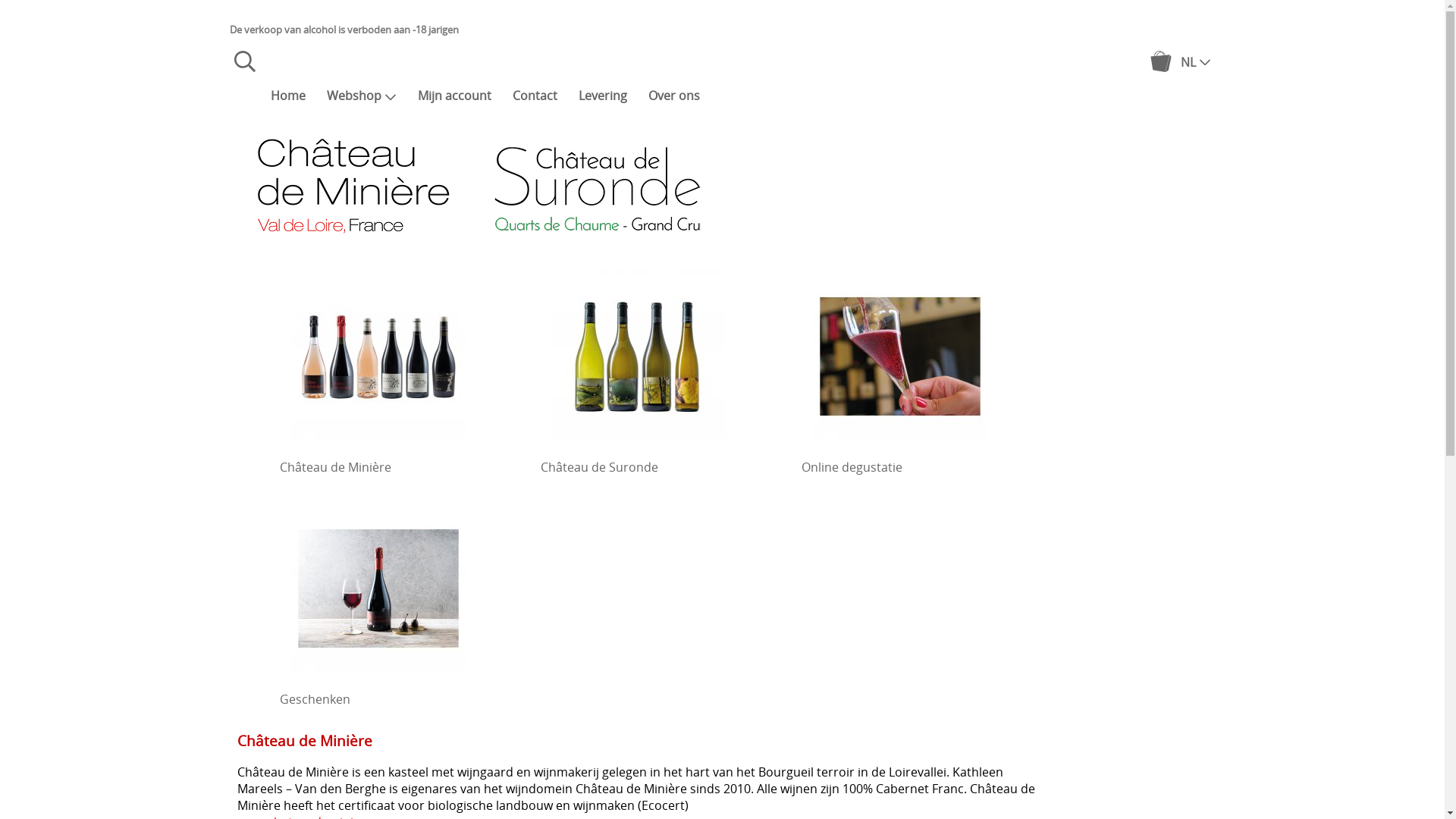 The width and height of the screenshot is (1456, 819). What do you see at coordinates (359, 96) in the screenshot?
I see `'Webshop'` at bounding box center [359, 96].